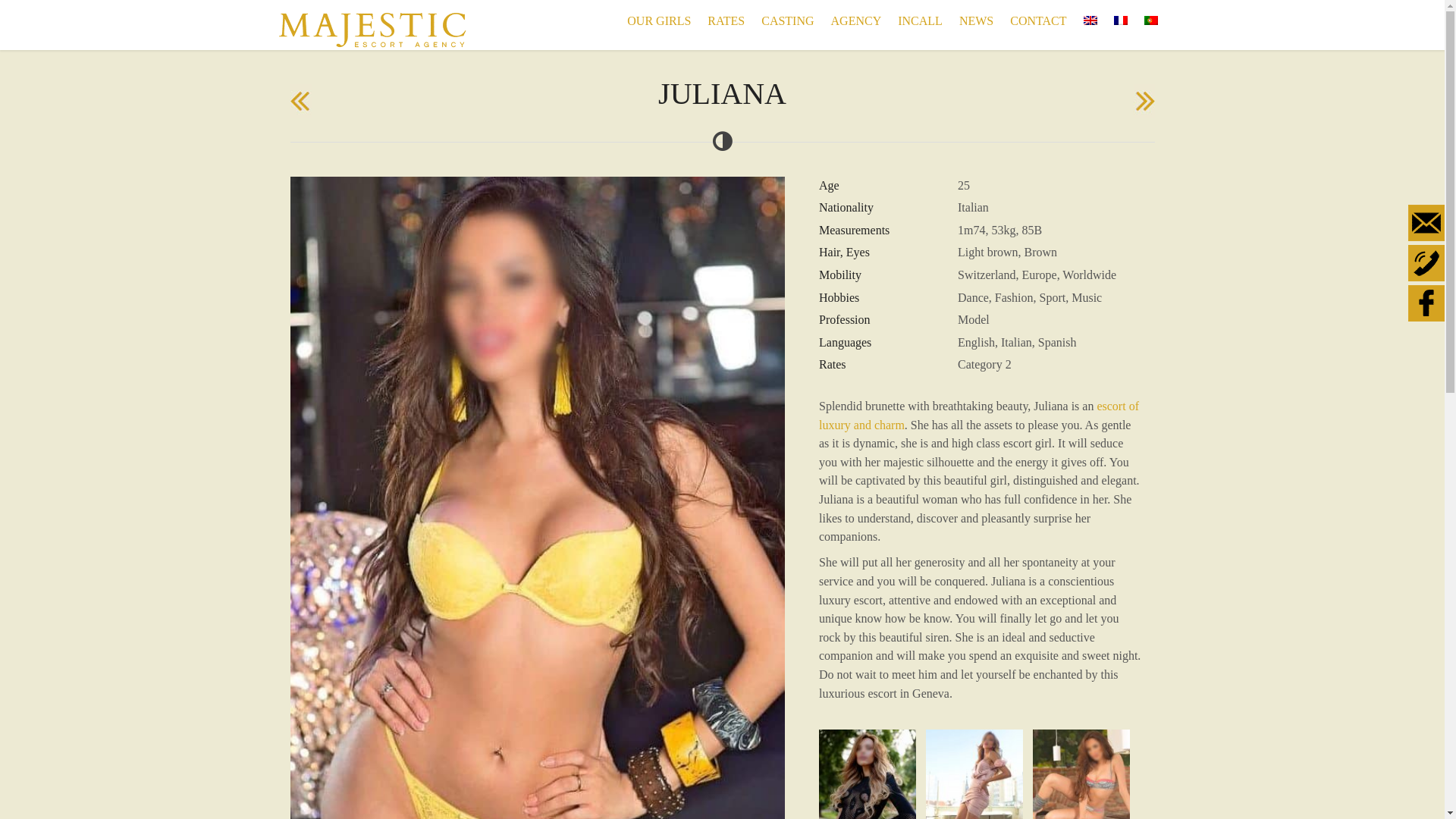 Image resolution: width=1456 pixels, height=819 pixels. Describe the element at coordinates (1088, 20) in the screenshot. I see `'English'` at that location.